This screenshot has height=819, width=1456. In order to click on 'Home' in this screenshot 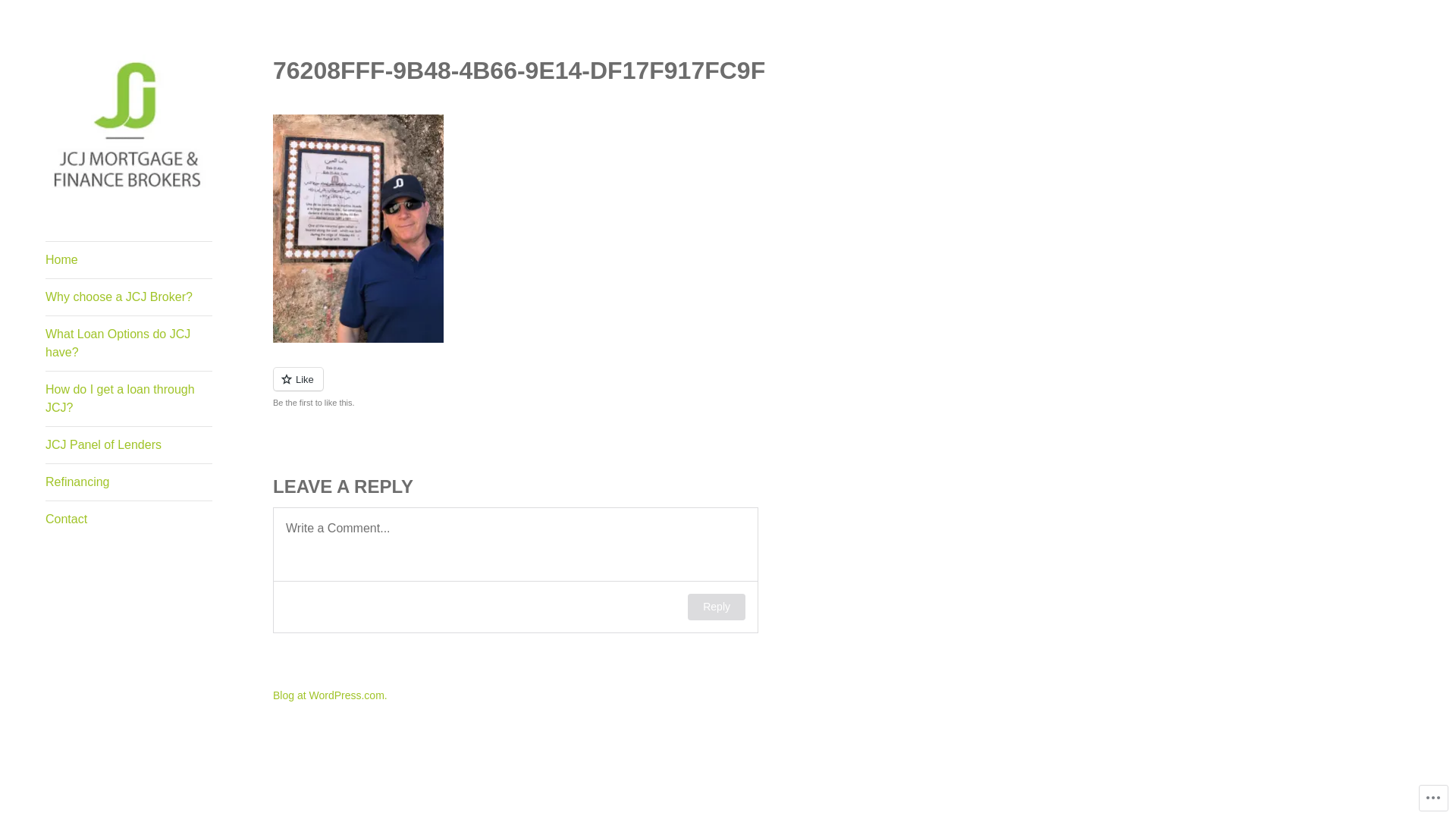, I will do `click(128, 259)`.